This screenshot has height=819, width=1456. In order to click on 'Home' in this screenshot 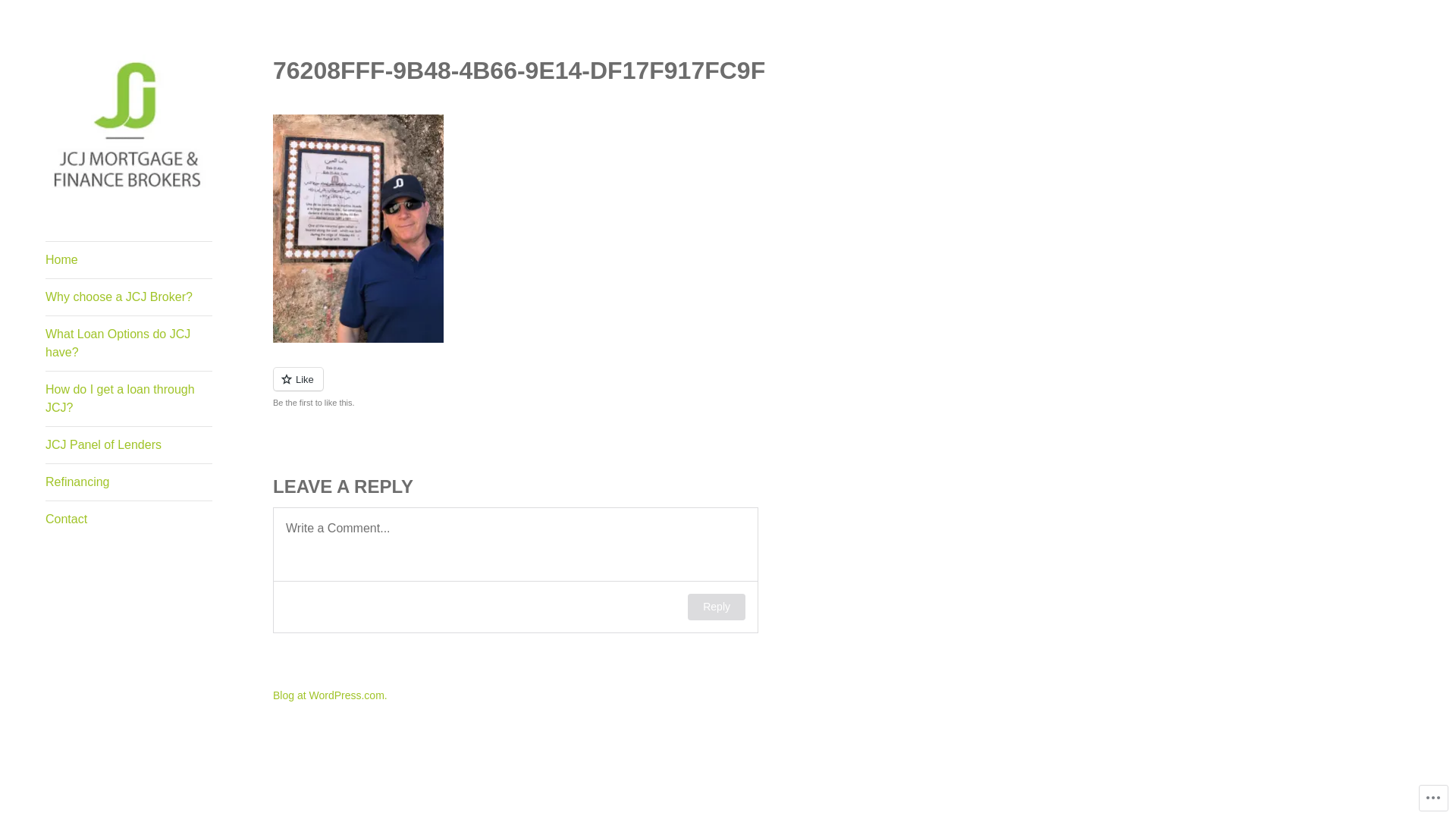, I will do `click(128, 259)`.